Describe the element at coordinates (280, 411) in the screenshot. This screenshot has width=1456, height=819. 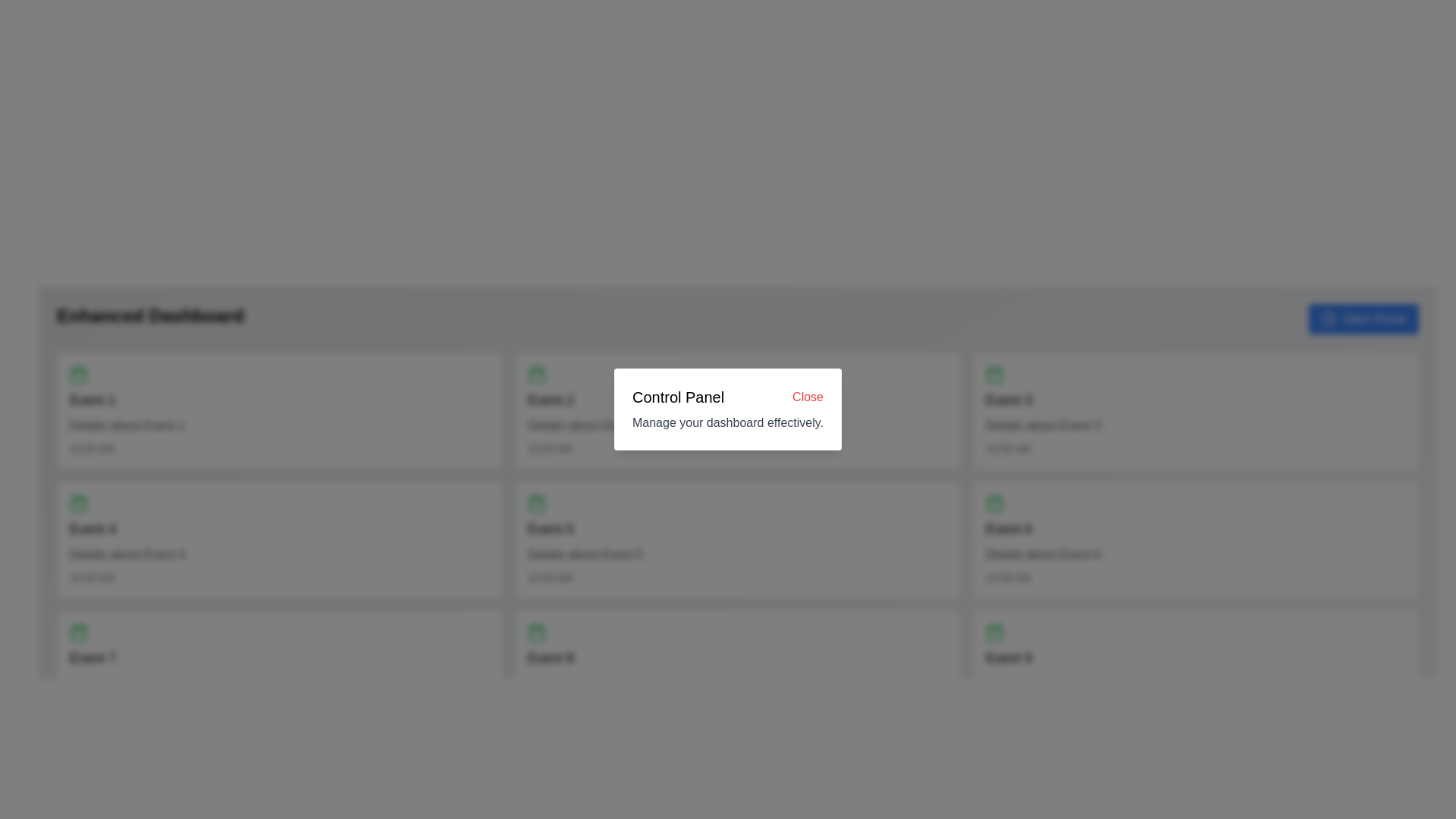
I see `the first informational card or tile displaying event details in the top-left corner of the grid layout` at that location.